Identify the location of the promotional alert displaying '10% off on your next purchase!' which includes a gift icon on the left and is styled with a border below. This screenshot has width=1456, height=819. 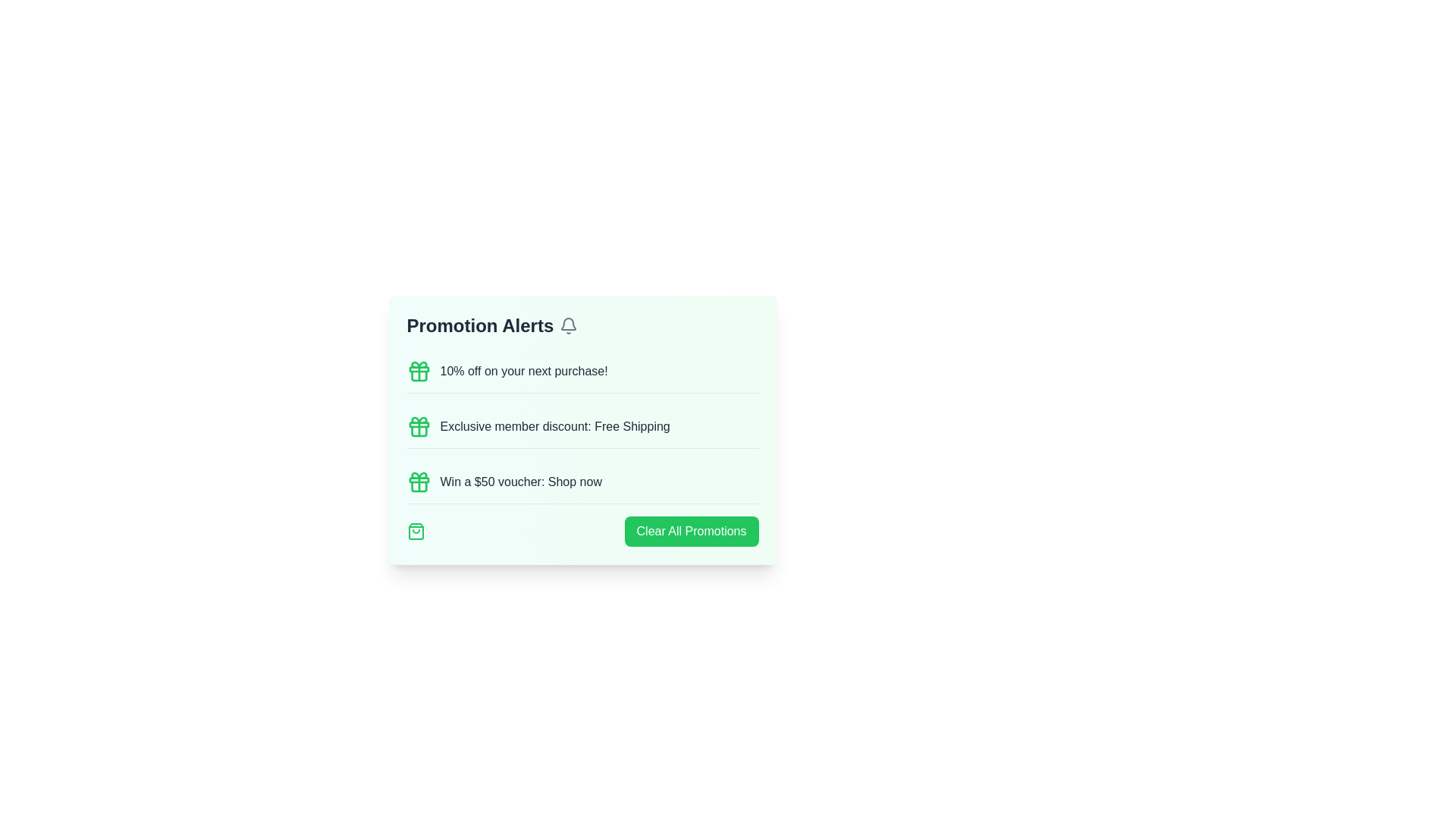
(582, 372).